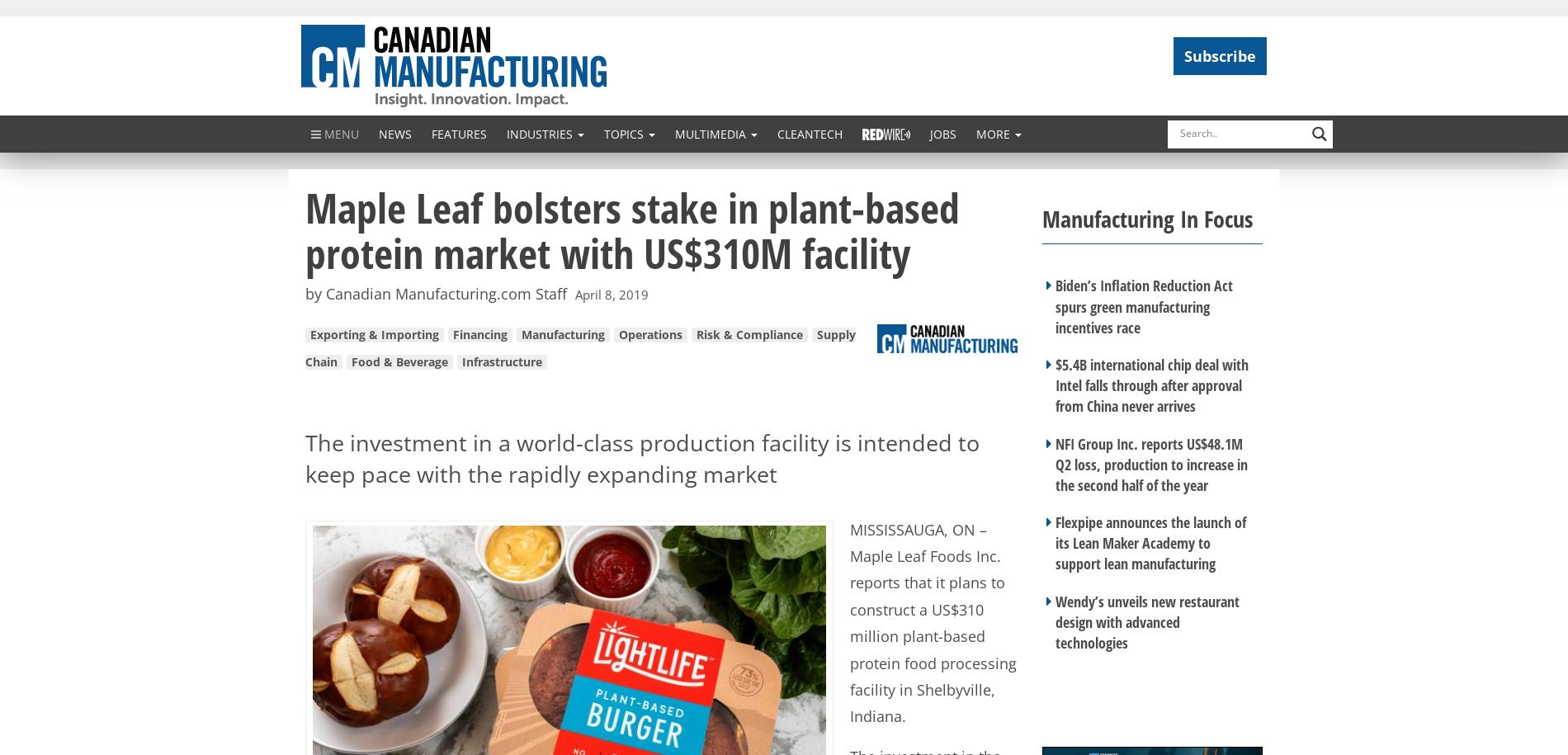 The height and width of the screenshot is (755, 1568). Describe the element at coordinates (711, 132) in the screenshot. I see `'Multimedia'` at that location.